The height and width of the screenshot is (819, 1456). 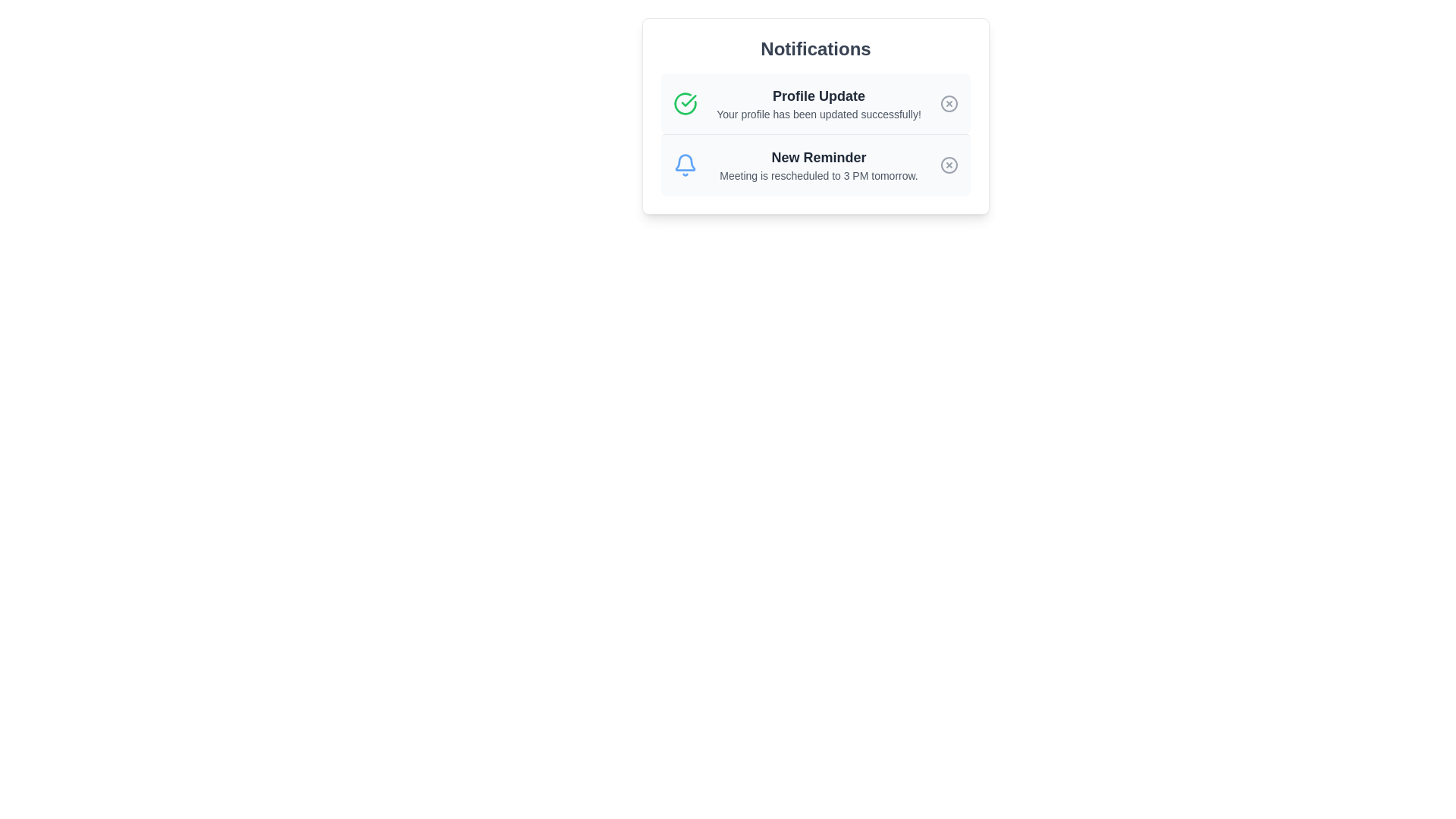 I want to click on the dismiss icon (circle with cross) located in the second row of the notification panel beside the text 'New Reminder', so click(x=949, y=165).